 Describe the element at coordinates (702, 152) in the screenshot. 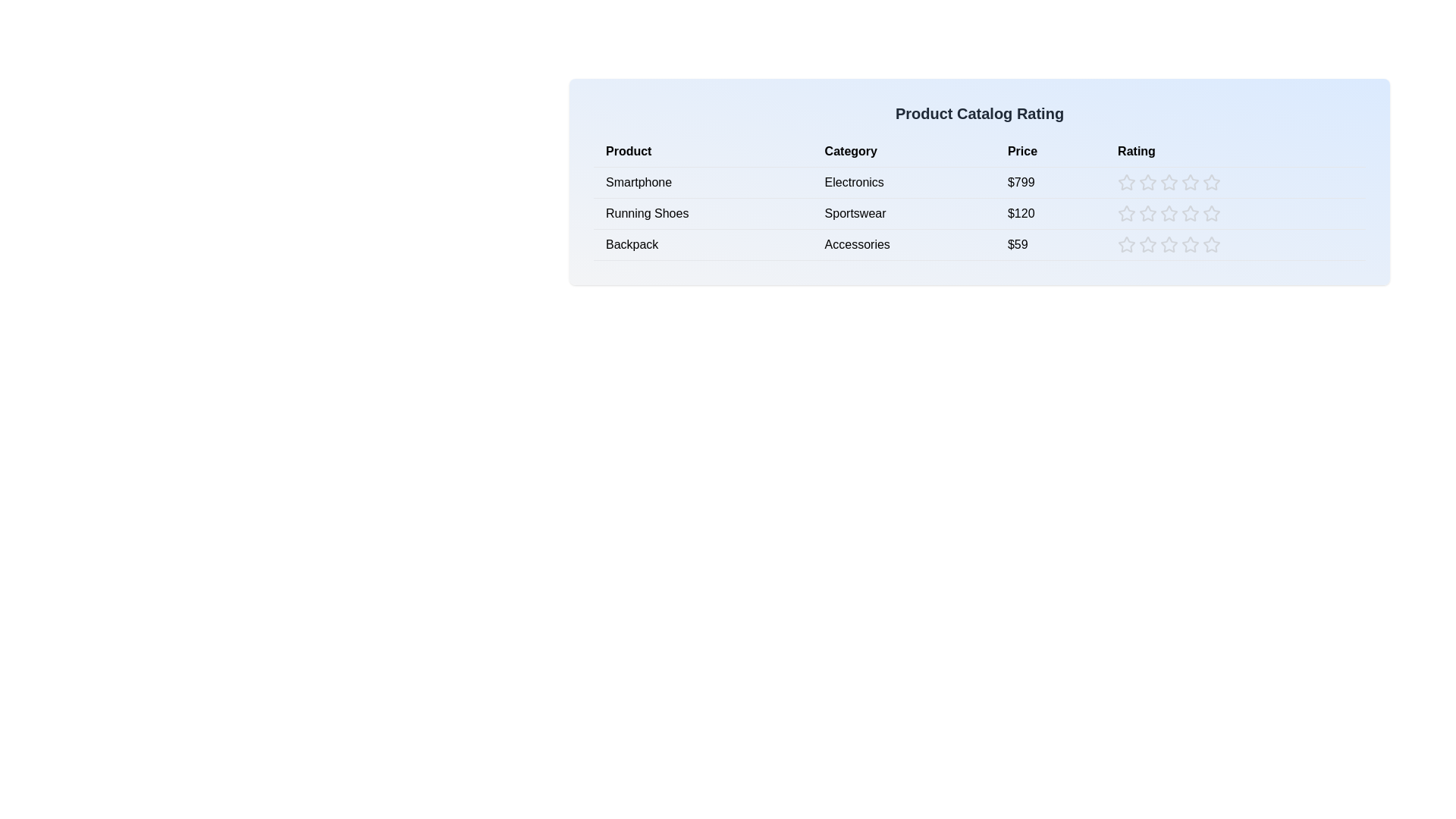

I see `the Product column header to sort the table by that column` at that location.